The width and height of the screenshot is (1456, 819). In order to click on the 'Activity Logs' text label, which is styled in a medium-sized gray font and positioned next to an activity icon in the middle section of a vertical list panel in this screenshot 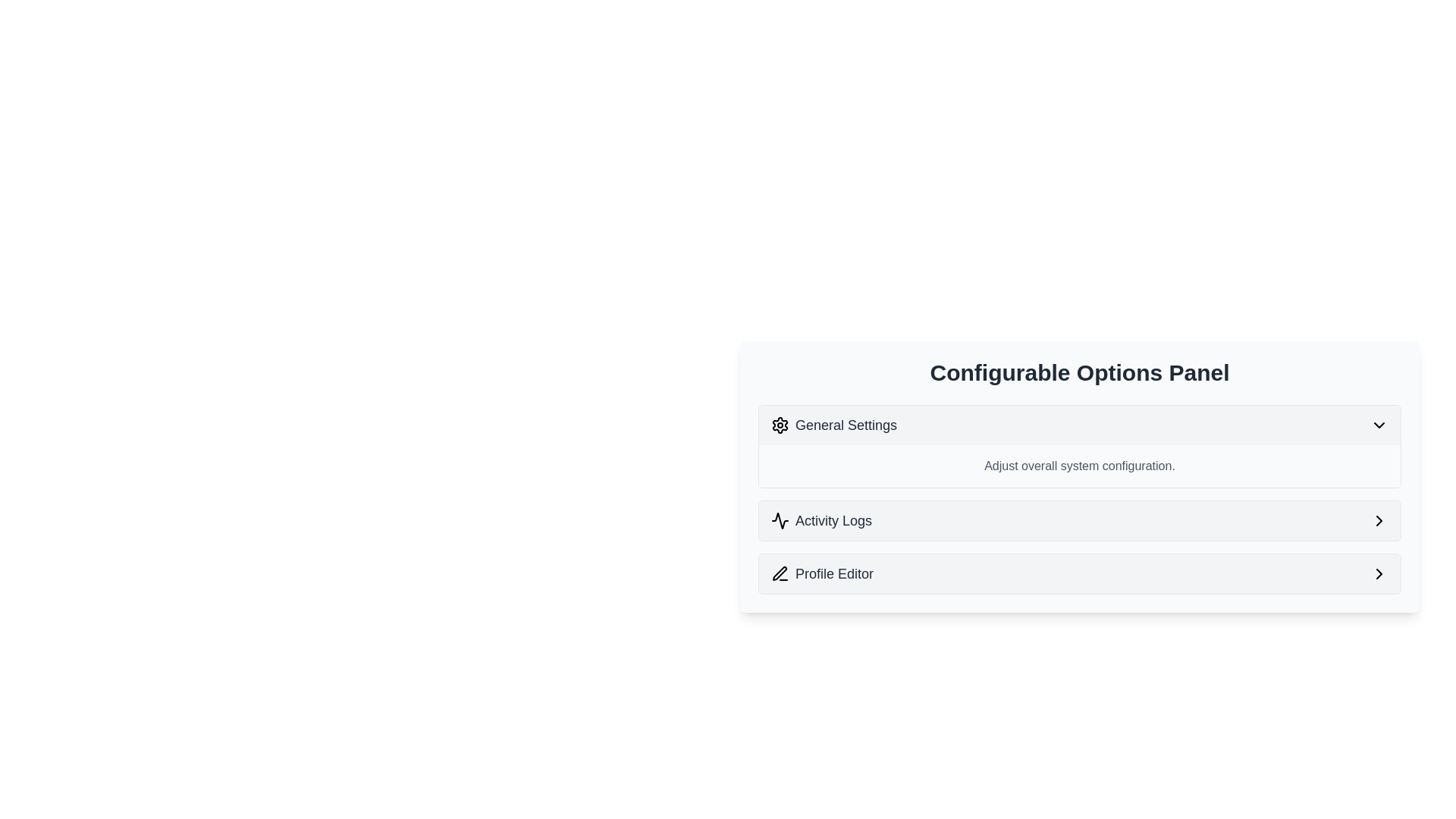, I will do `click(833, 519)`.